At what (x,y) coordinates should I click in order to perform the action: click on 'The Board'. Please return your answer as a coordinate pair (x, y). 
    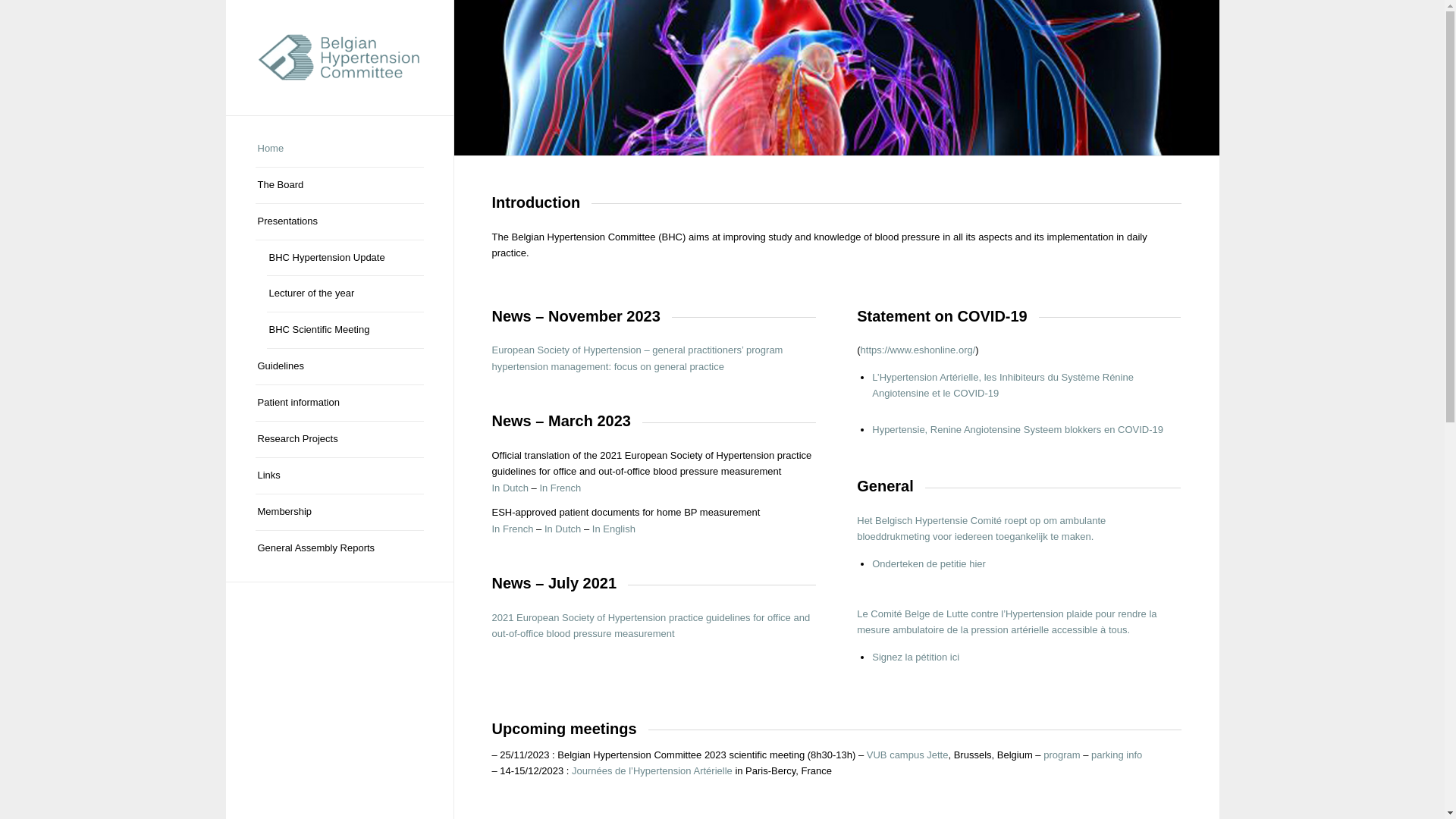
    Looking at the image, I should click on (337, 185).